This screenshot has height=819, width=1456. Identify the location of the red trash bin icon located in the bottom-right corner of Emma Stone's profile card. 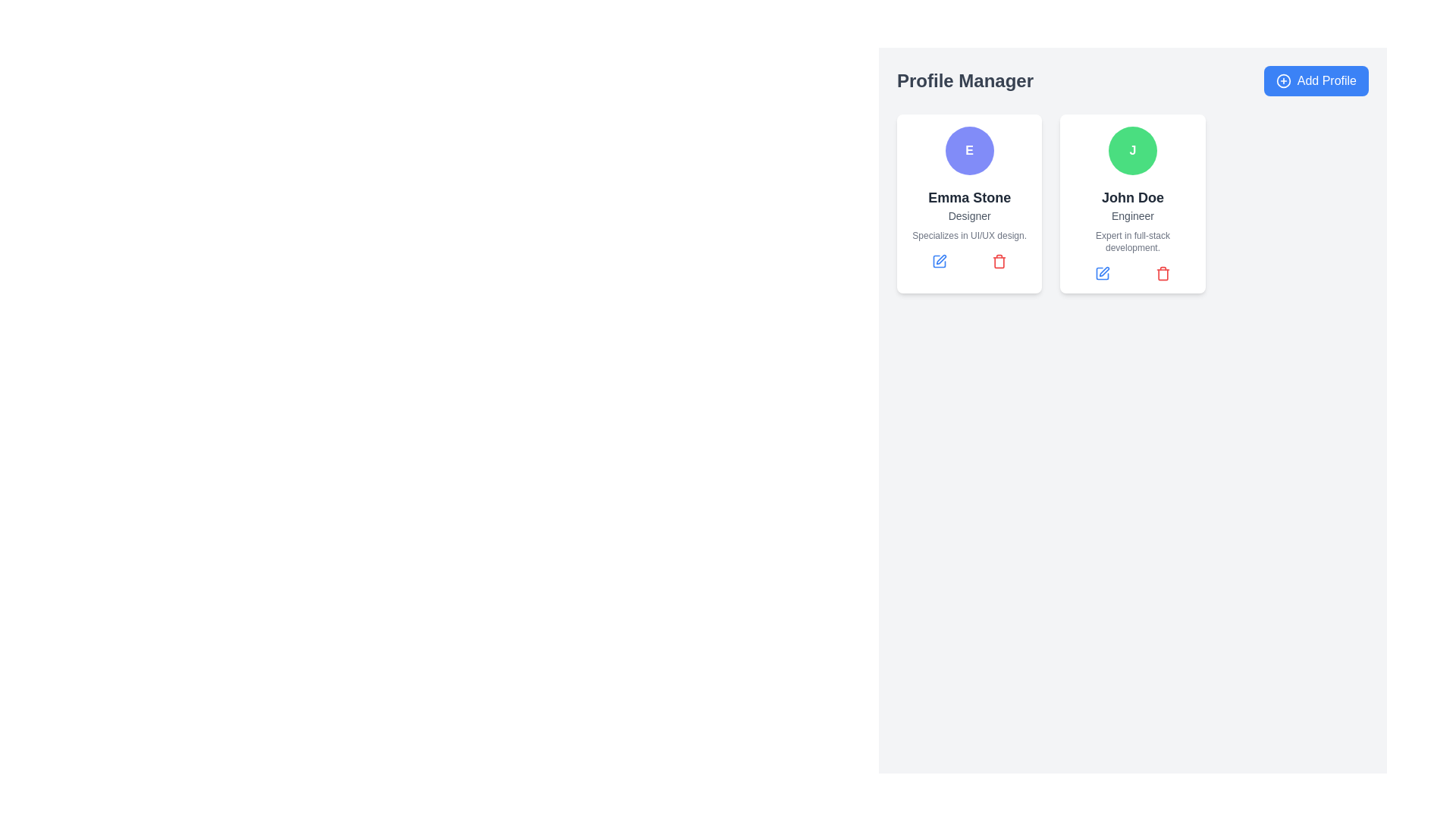
(999, 260).